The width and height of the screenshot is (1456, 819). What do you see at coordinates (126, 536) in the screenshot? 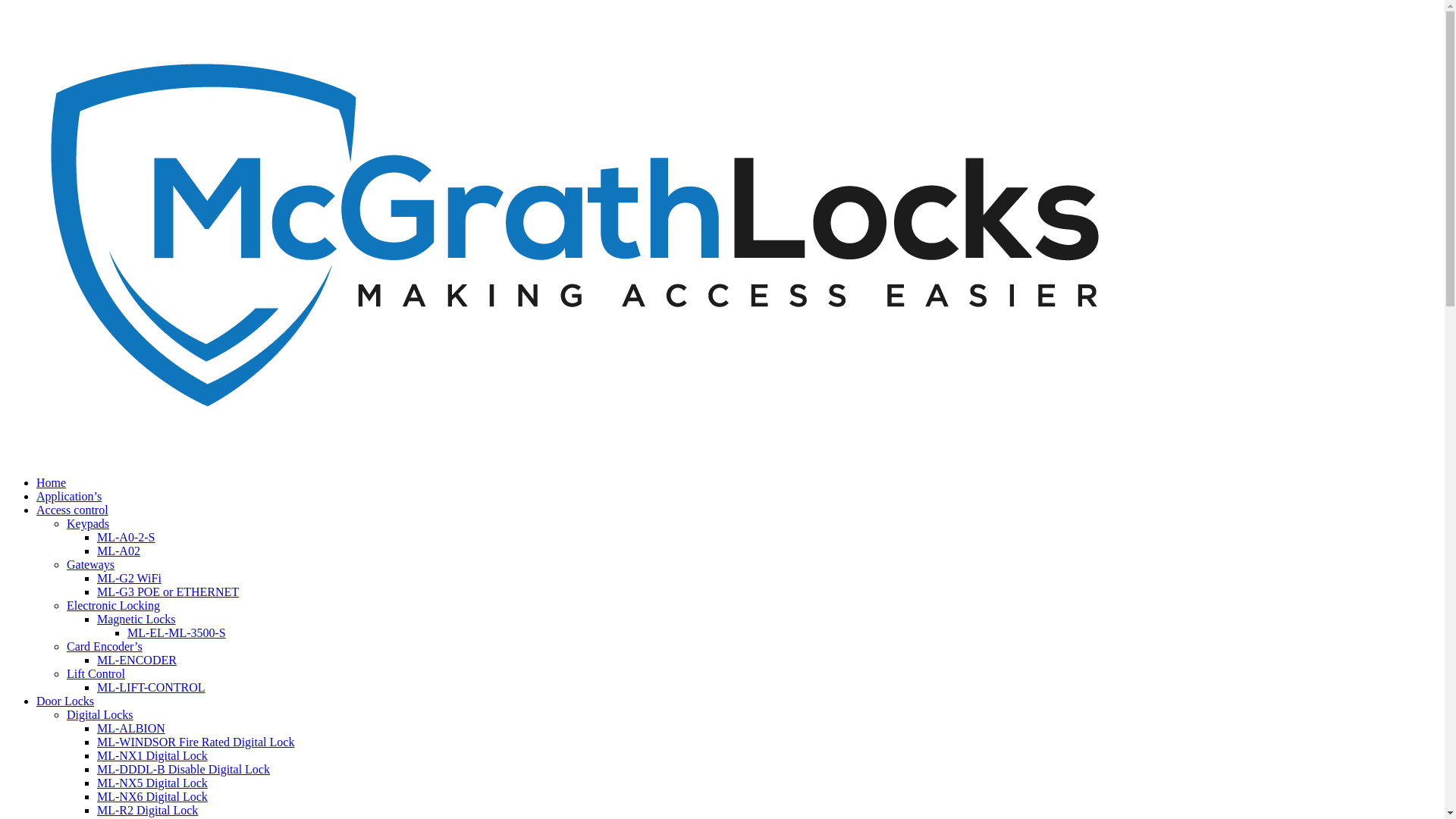
I see `'ML-A0-2-S'` at bounding box center [126, 536].